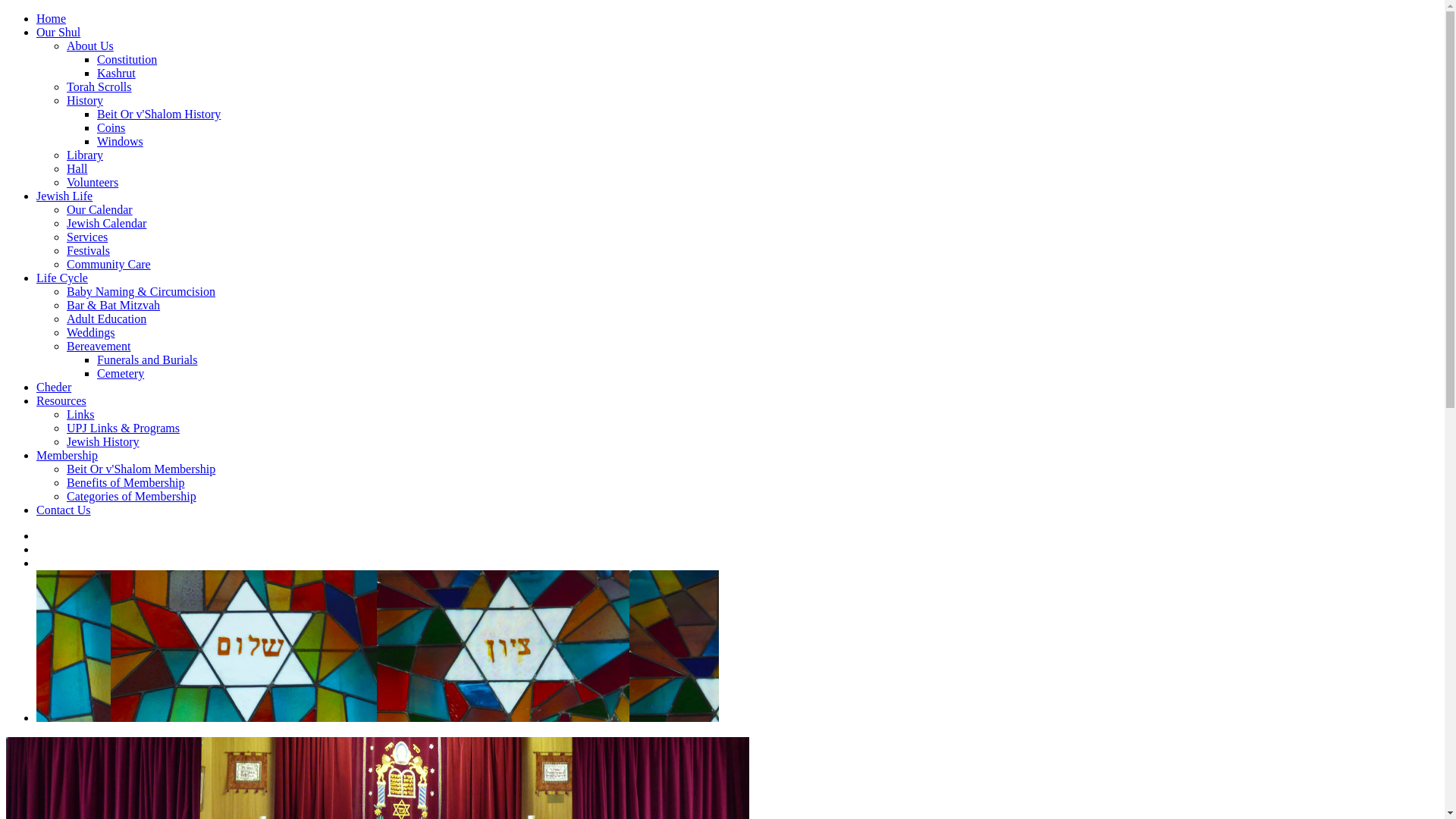 Image resolution: width=1456 pixels, height=819 pixels. What do you see at coordinates (105, 223) in the screenshot?
I see `'Jewish Calendar'` at bounding box center [105, 223].